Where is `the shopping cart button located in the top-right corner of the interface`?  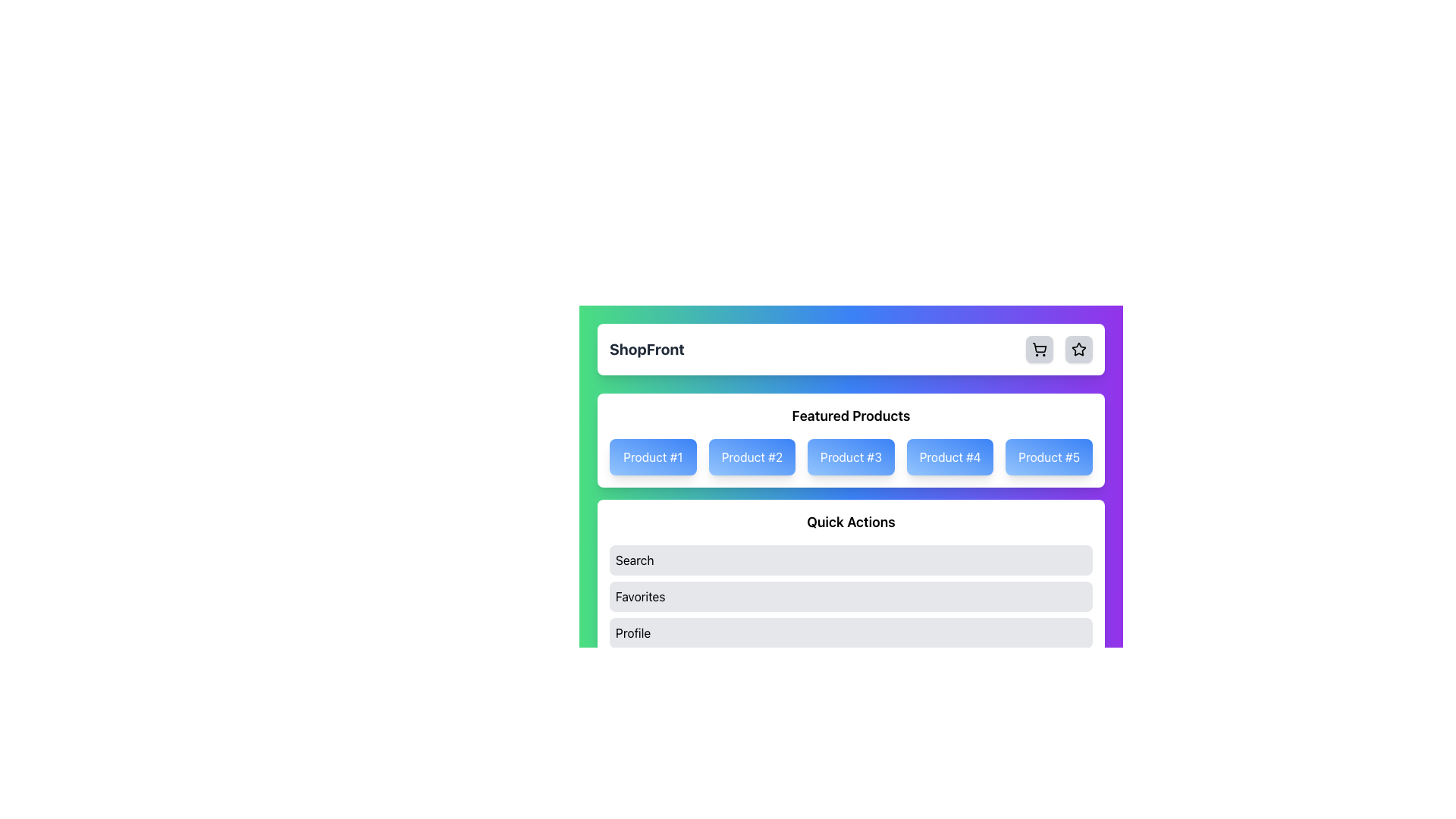
the shopping cart button located in the top-right corner of the interface is located at coordinates (1039, 350).